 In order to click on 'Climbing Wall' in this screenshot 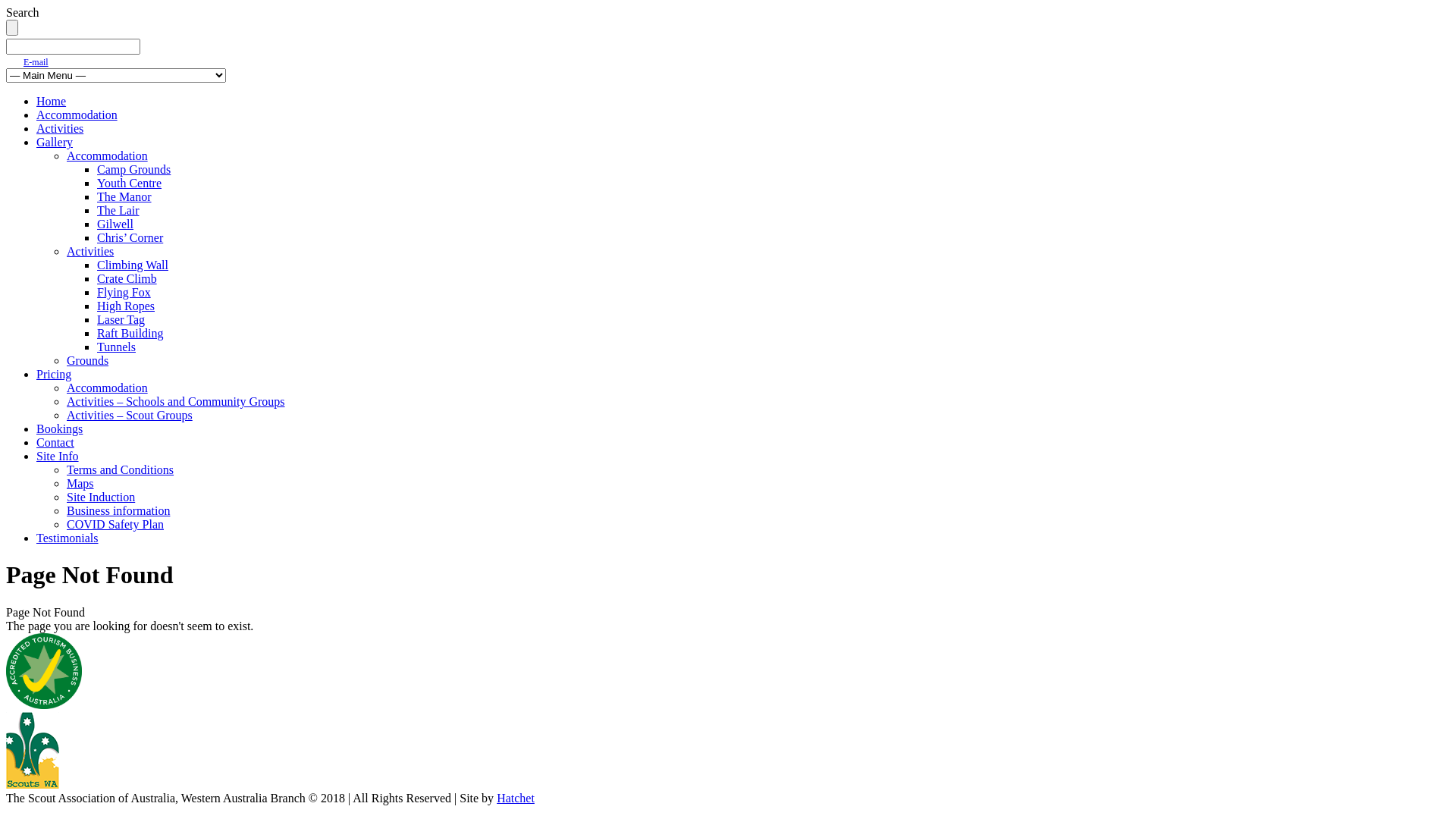, I will do `click(132, 264)`.